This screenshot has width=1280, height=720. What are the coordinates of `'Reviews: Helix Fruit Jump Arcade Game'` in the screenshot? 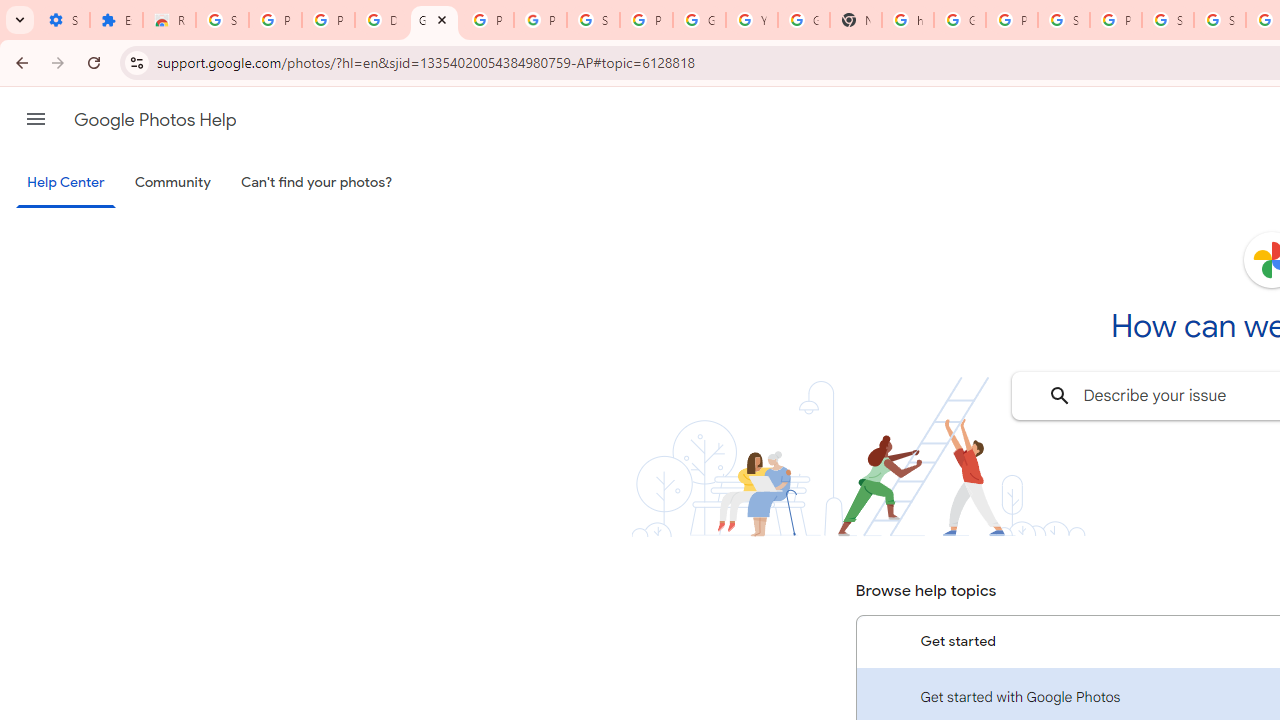 It's located at (169, 20).